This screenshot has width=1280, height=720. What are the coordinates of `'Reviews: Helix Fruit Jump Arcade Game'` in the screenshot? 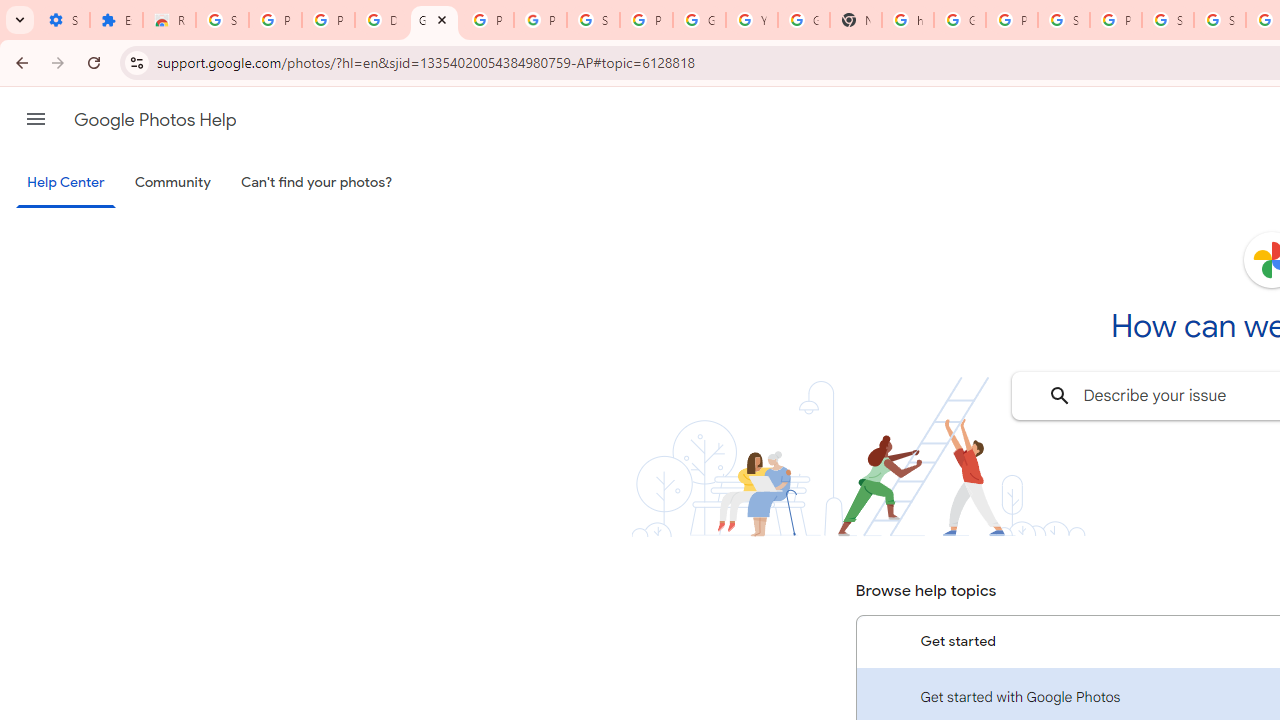 It's located at (169, 20).